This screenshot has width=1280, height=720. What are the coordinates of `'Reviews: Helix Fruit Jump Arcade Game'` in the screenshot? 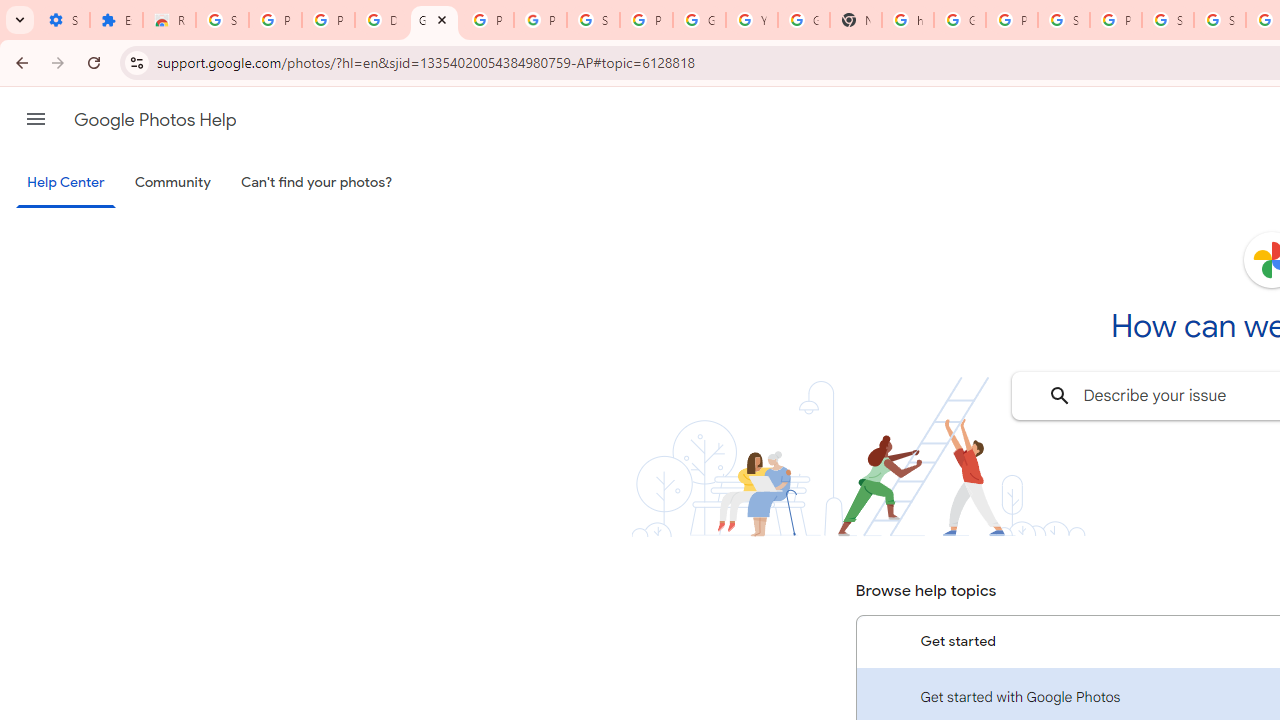 It's located at (169, 20).